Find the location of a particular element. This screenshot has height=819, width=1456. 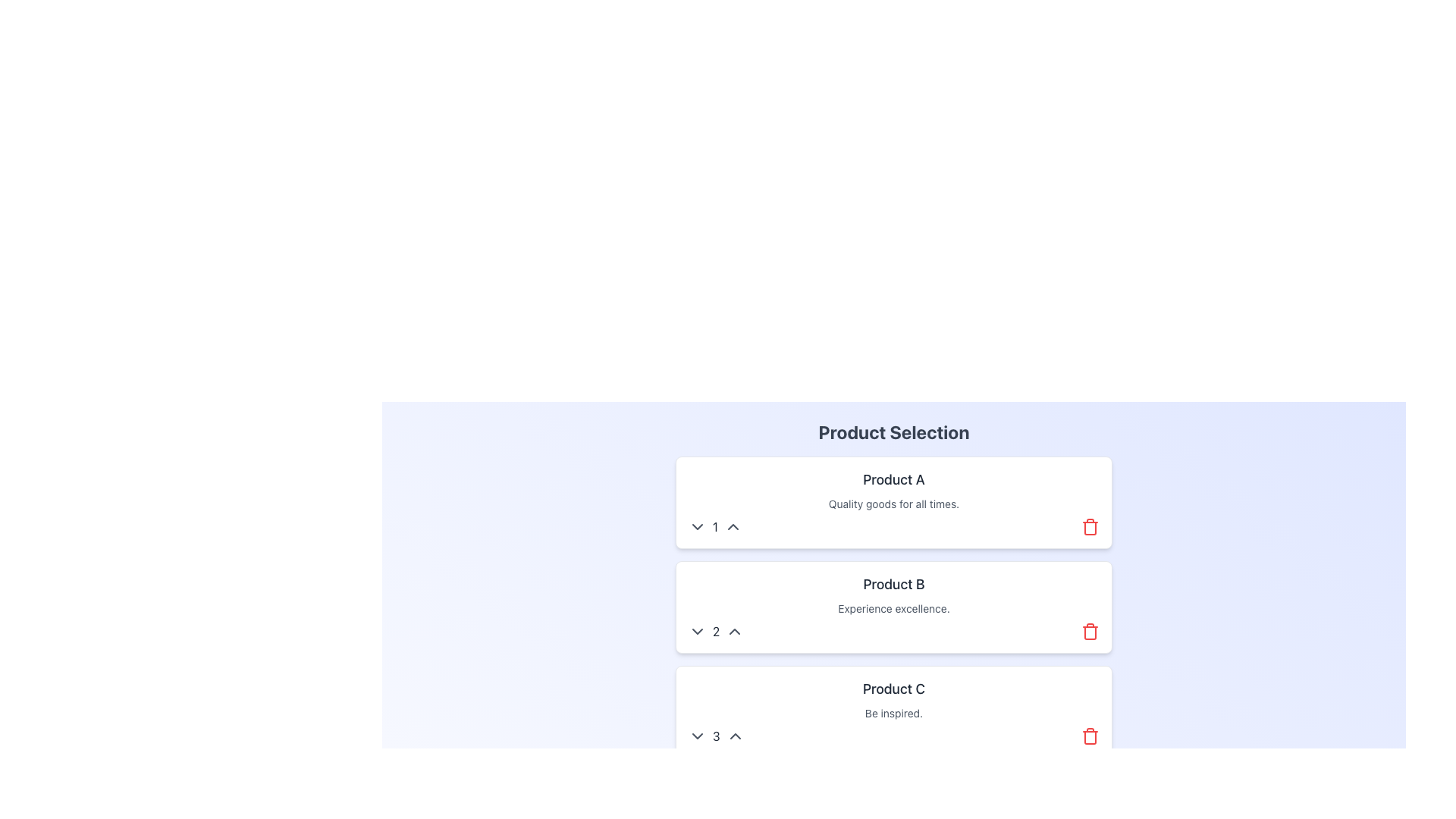

the upward-pointing chevron button styled with a thin stroke and sharp design, located at the far-right bottom of the 'Product C' card is located at coordinates (735, 736).